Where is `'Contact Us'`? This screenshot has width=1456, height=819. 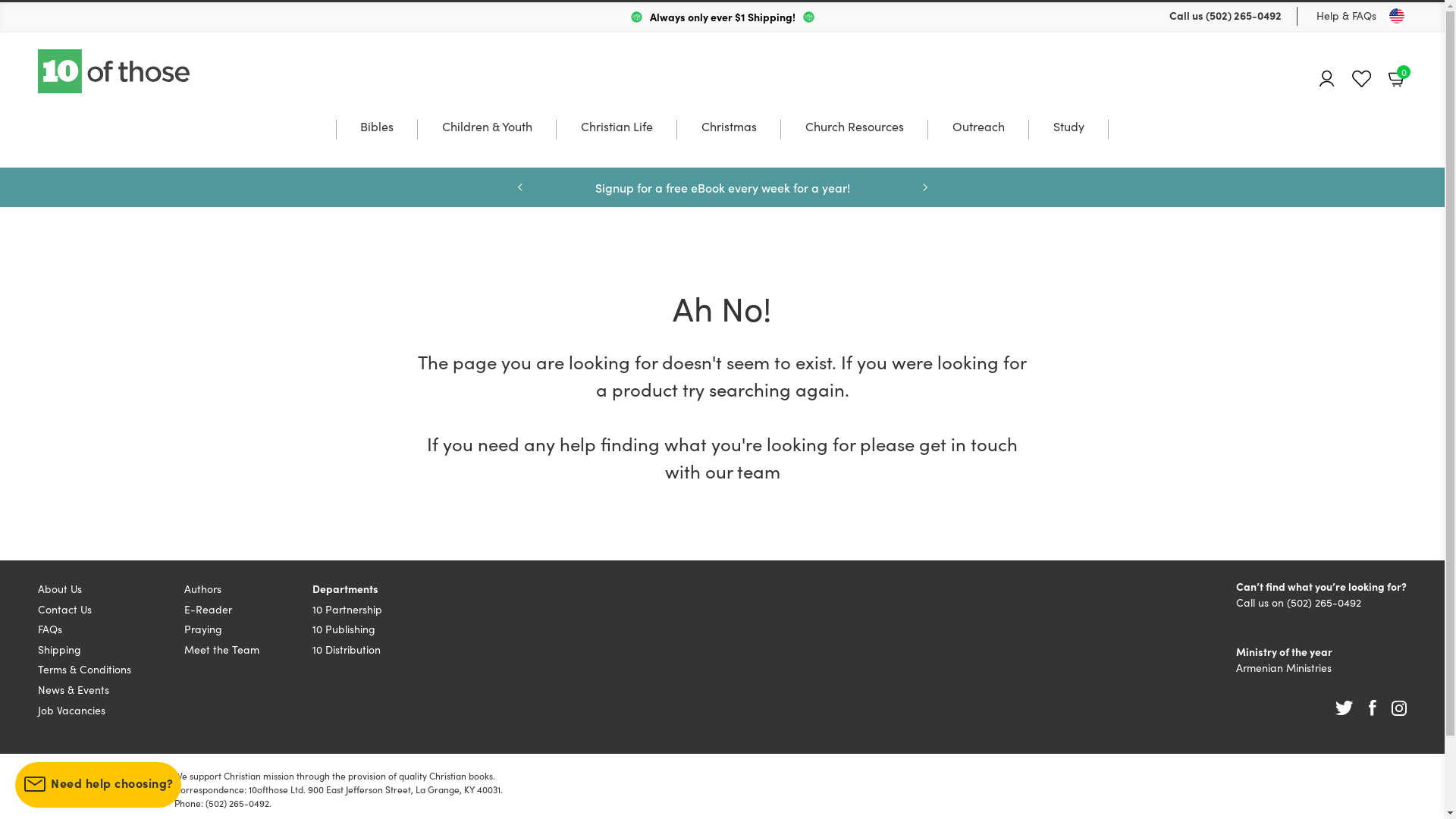 'Contact Us' is located at coordinates (64, 607).